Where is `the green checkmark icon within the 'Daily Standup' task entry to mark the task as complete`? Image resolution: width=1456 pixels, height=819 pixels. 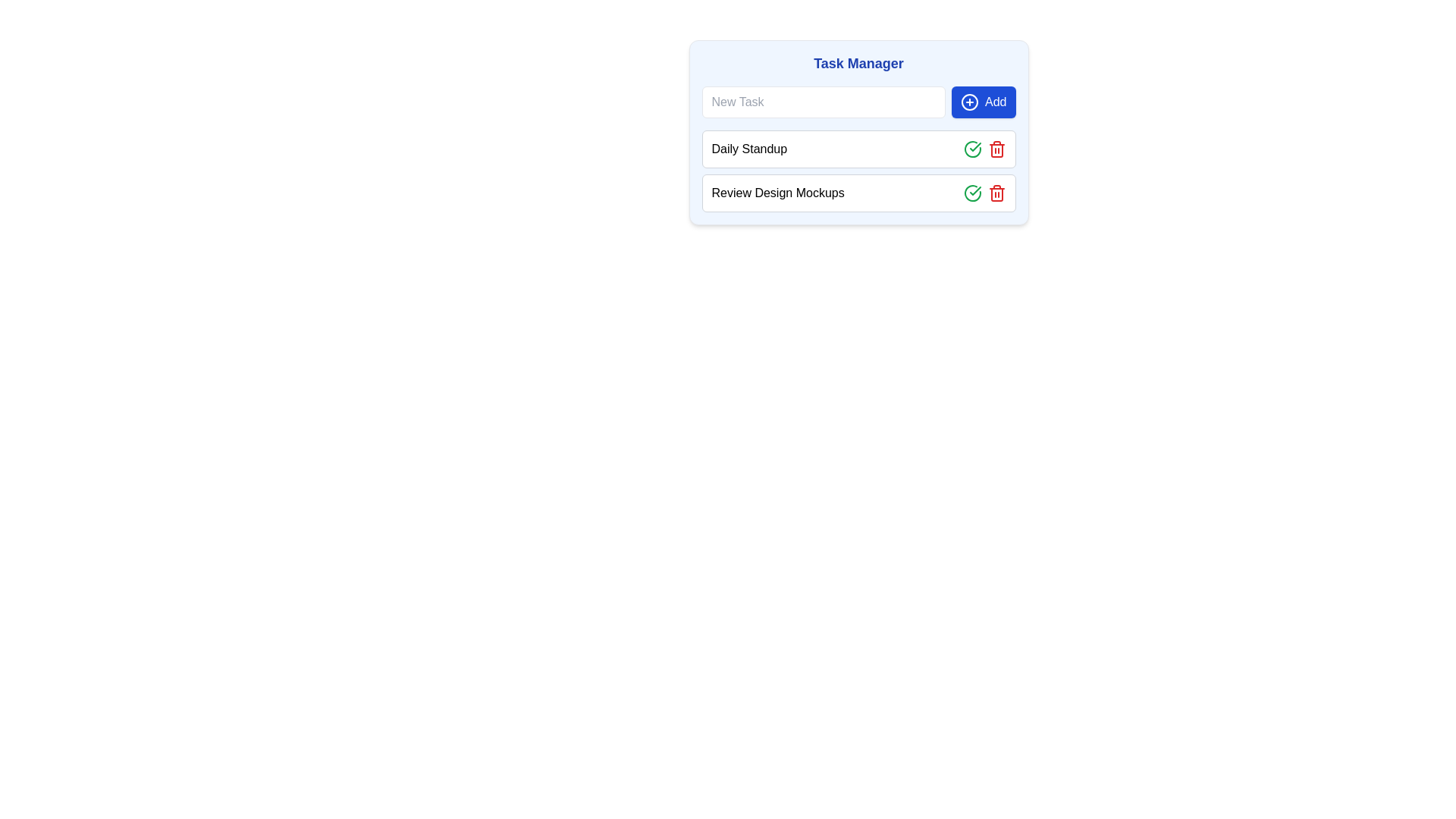 the green checkmark icon within the 'Daily Standup' task entry to mark the task as complete is located at coordinates (984, 149).